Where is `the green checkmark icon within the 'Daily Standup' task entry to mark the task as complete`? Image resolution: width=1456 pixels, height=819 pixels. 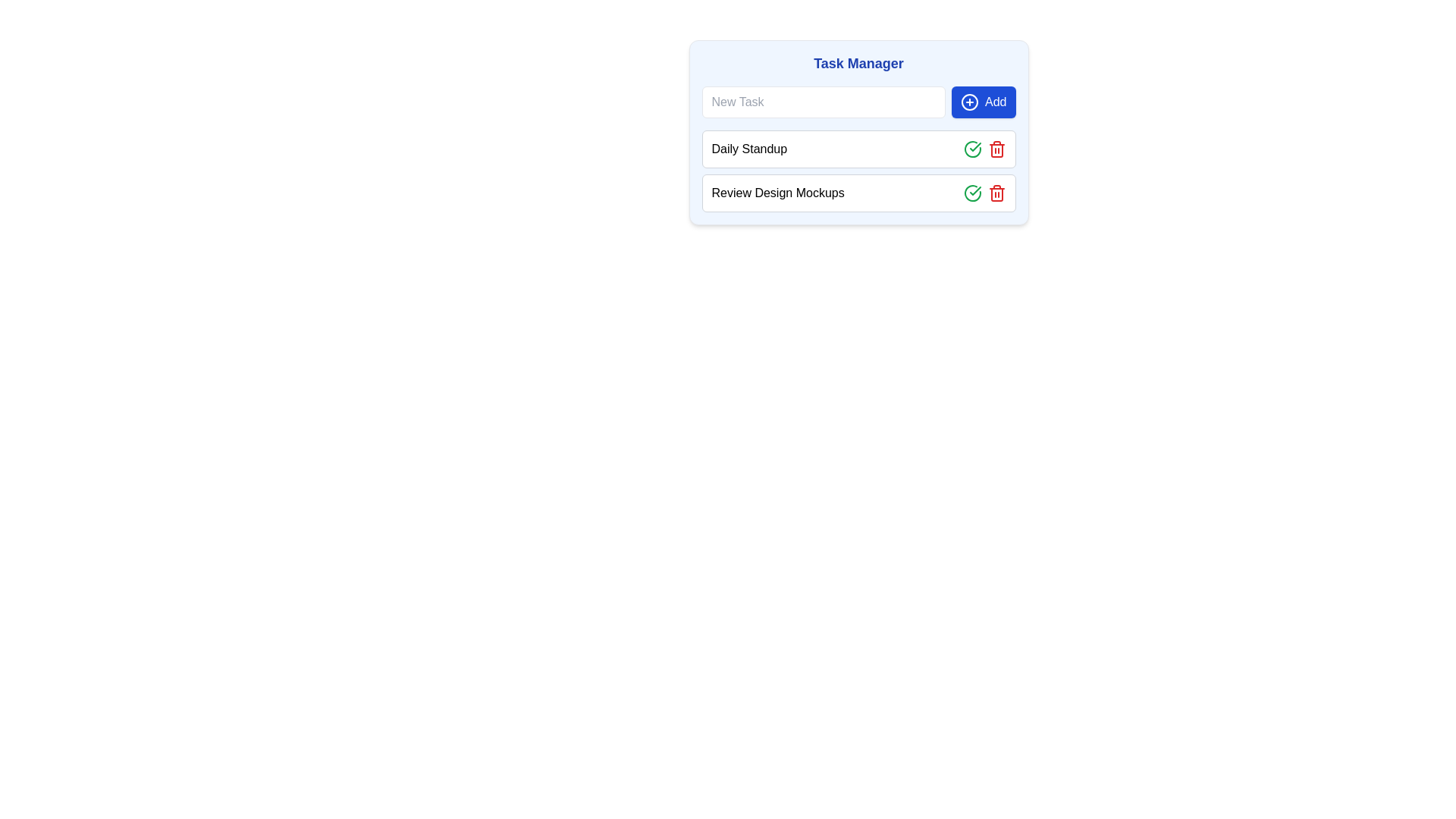 the green checkmark icon within the 'Daily Standup' task entry to mark the task as complete is located at coordinates (984, 149).